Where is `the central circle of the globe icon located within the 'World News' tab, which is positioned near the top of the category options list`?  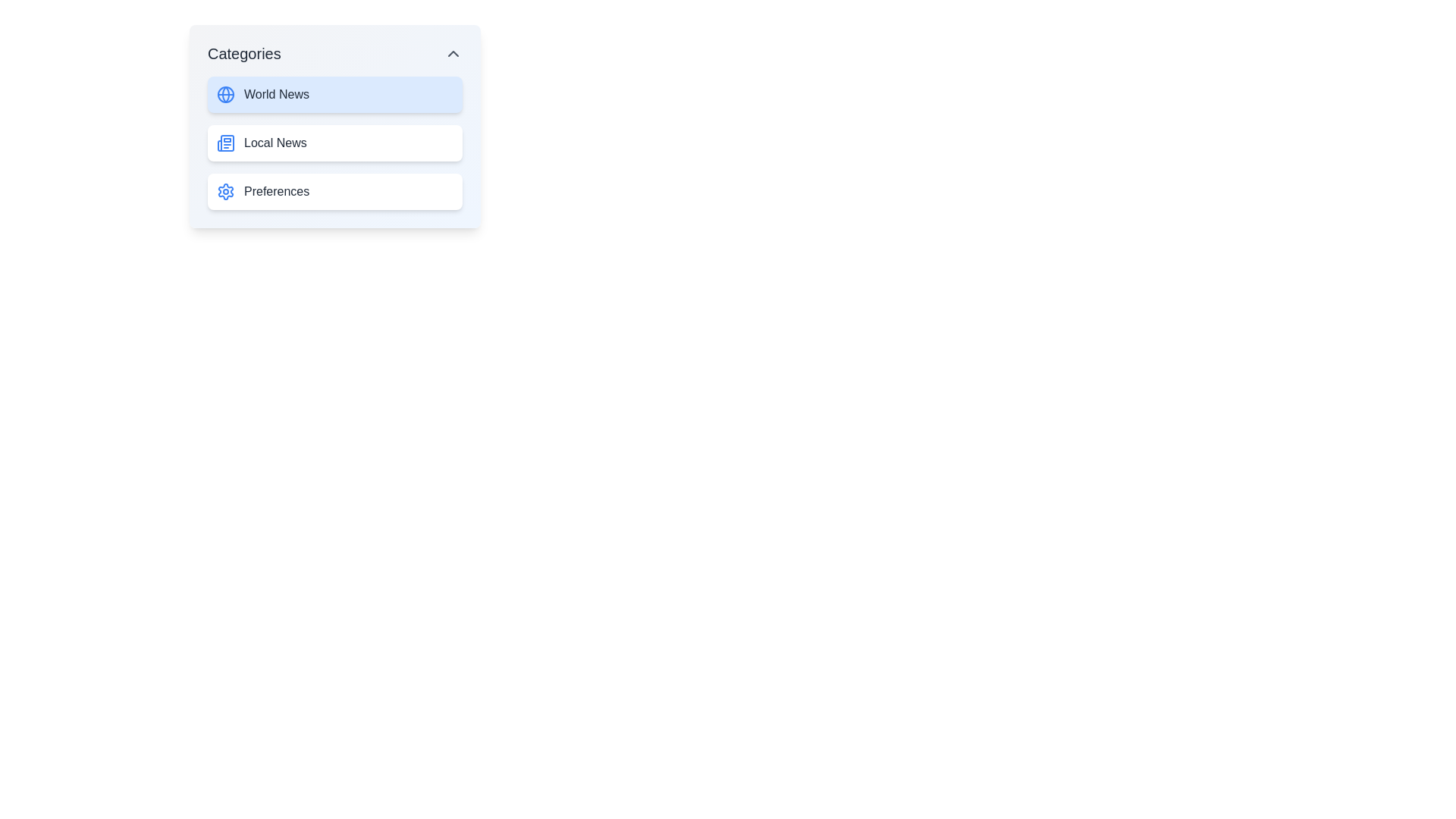 the central circle of the globe icon located within the 'World News' tab, which is positioned near the top of the category options list is located at coordinates (224, 94).